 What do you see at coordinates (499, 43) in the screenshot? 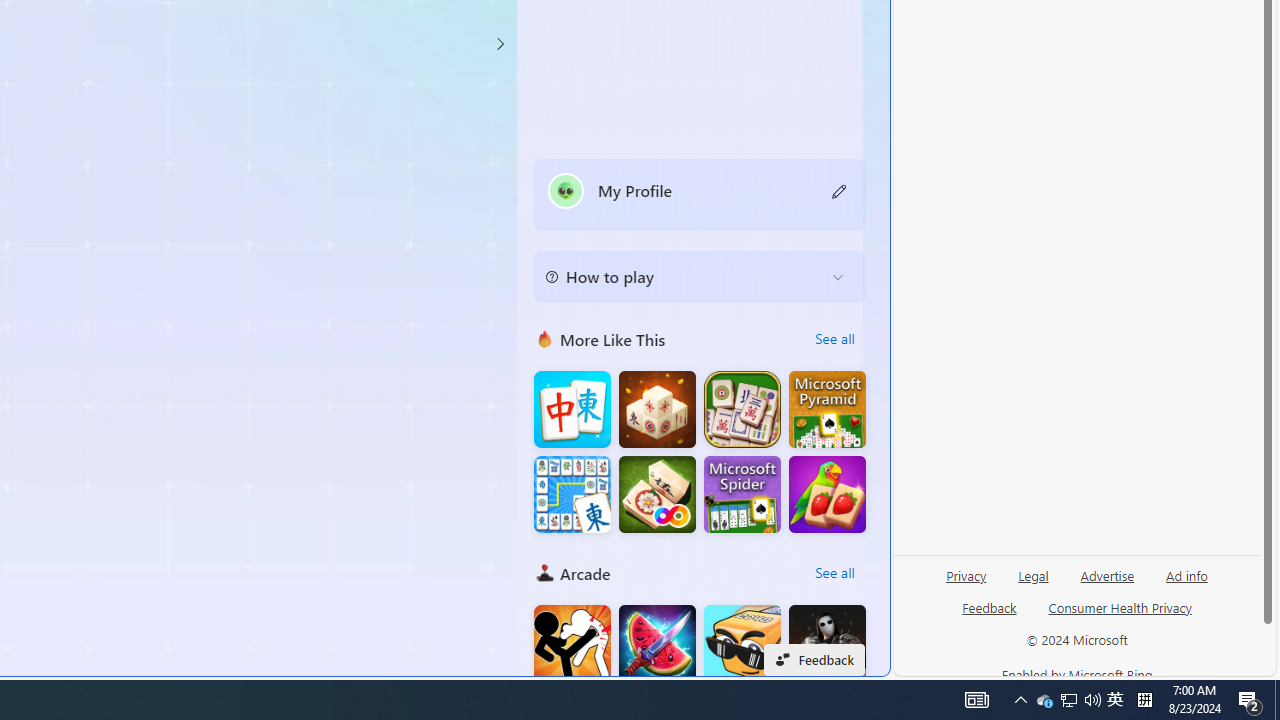
I see `'Class: control'` at bounding box center [499, 43].